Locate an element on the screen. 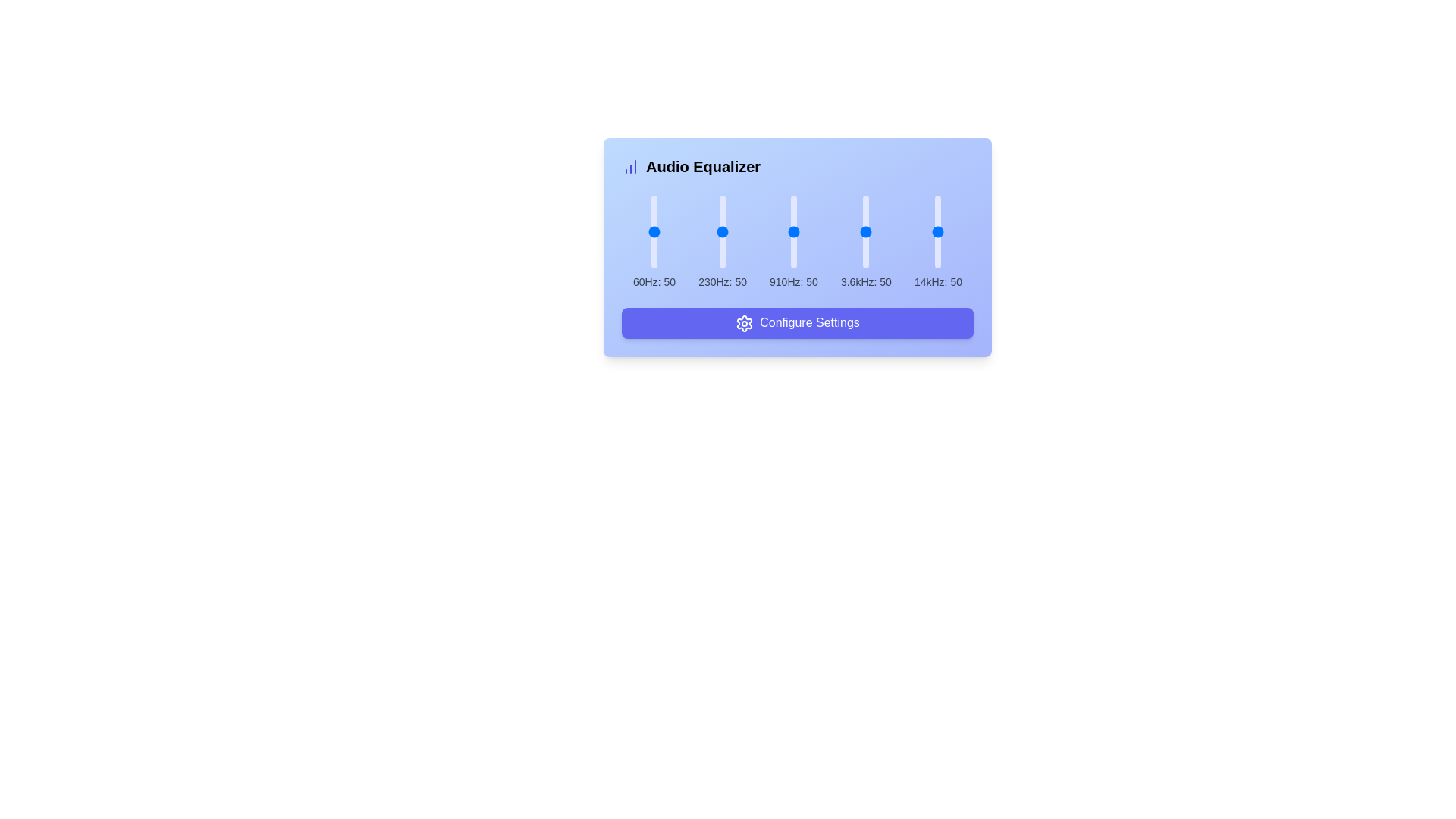 The image size is (1456, 819). the 14kHz equalizer is located at coordinates (937, 267).